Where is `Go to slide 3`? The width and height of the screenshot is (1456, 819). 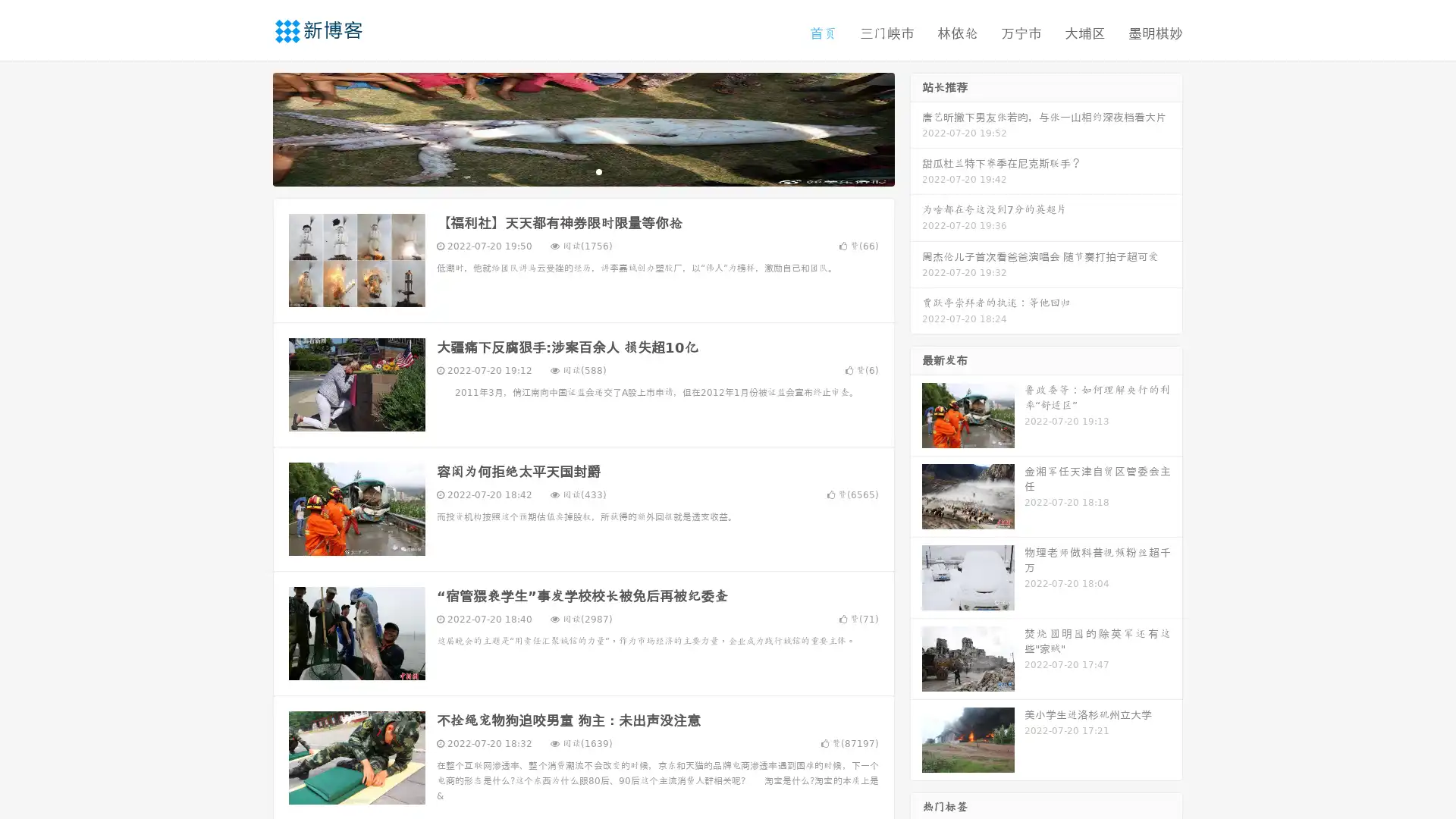 Go to slide 3 is located at coordinates (598, 171).